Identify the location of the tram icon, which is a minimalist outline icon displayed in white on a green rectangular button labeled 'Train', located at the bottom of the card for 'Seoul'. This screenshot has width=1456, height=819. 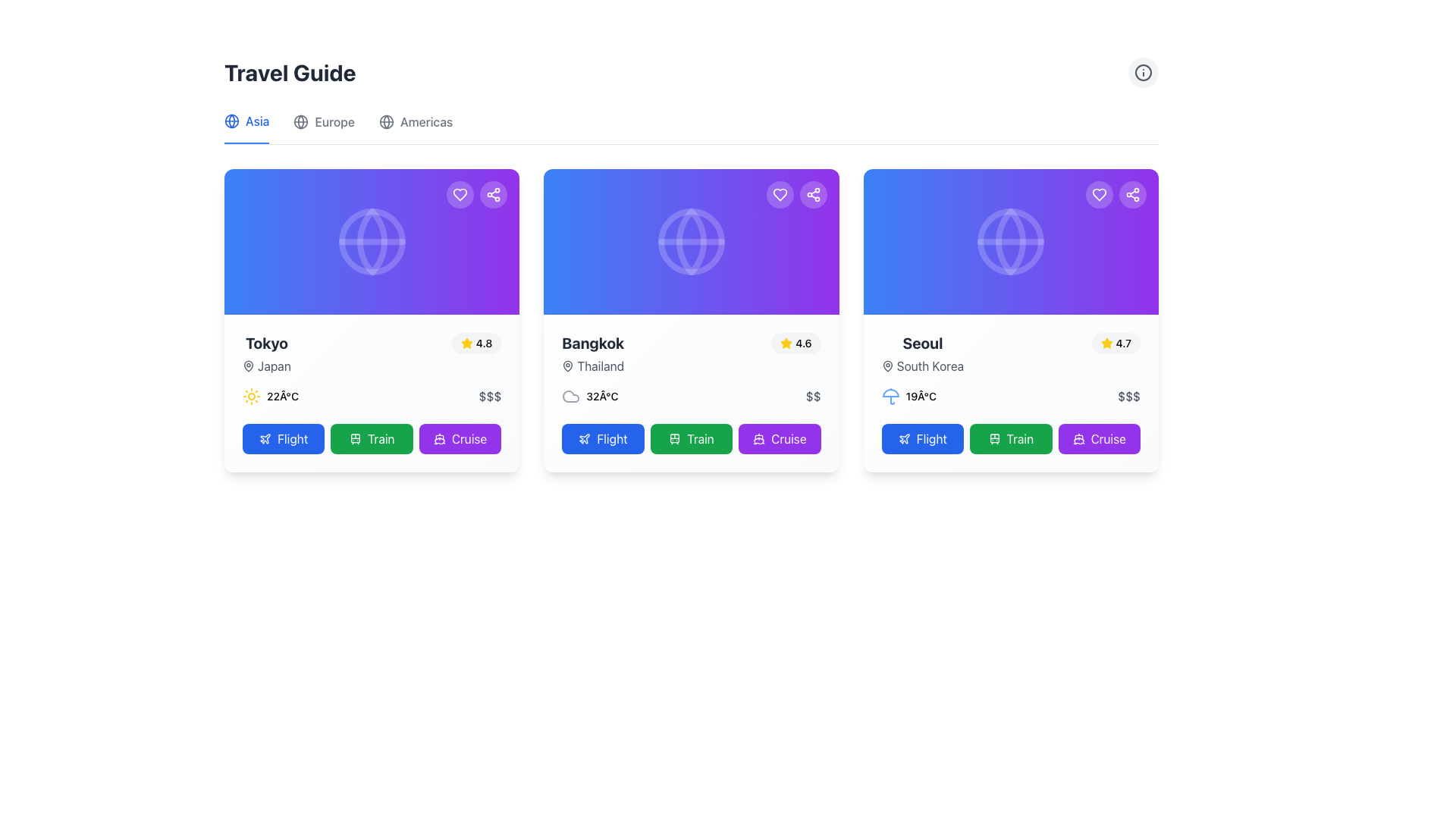
(994, 438).